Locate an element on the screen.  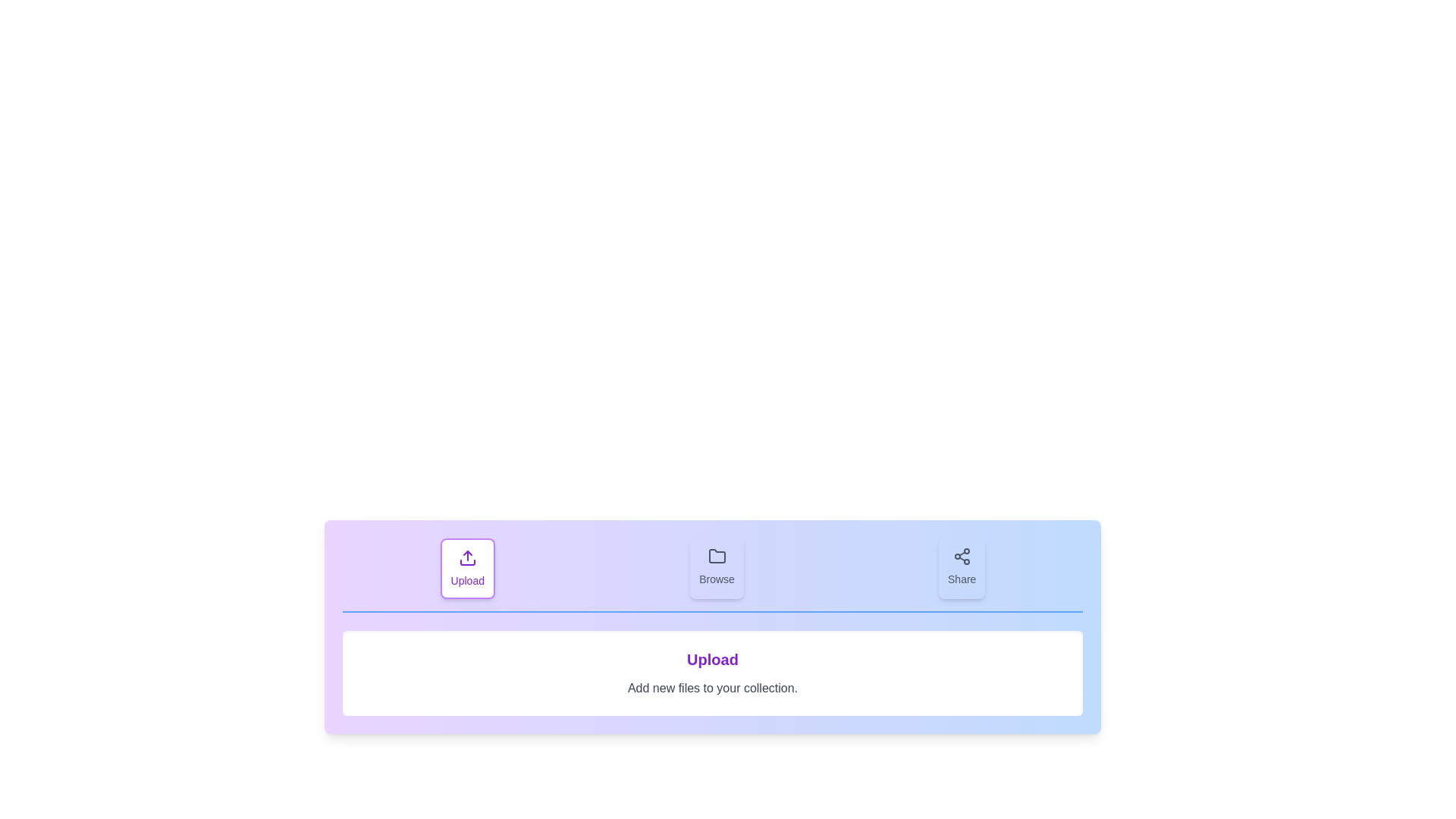
the Browse tab is located at coordinates (716, 568).